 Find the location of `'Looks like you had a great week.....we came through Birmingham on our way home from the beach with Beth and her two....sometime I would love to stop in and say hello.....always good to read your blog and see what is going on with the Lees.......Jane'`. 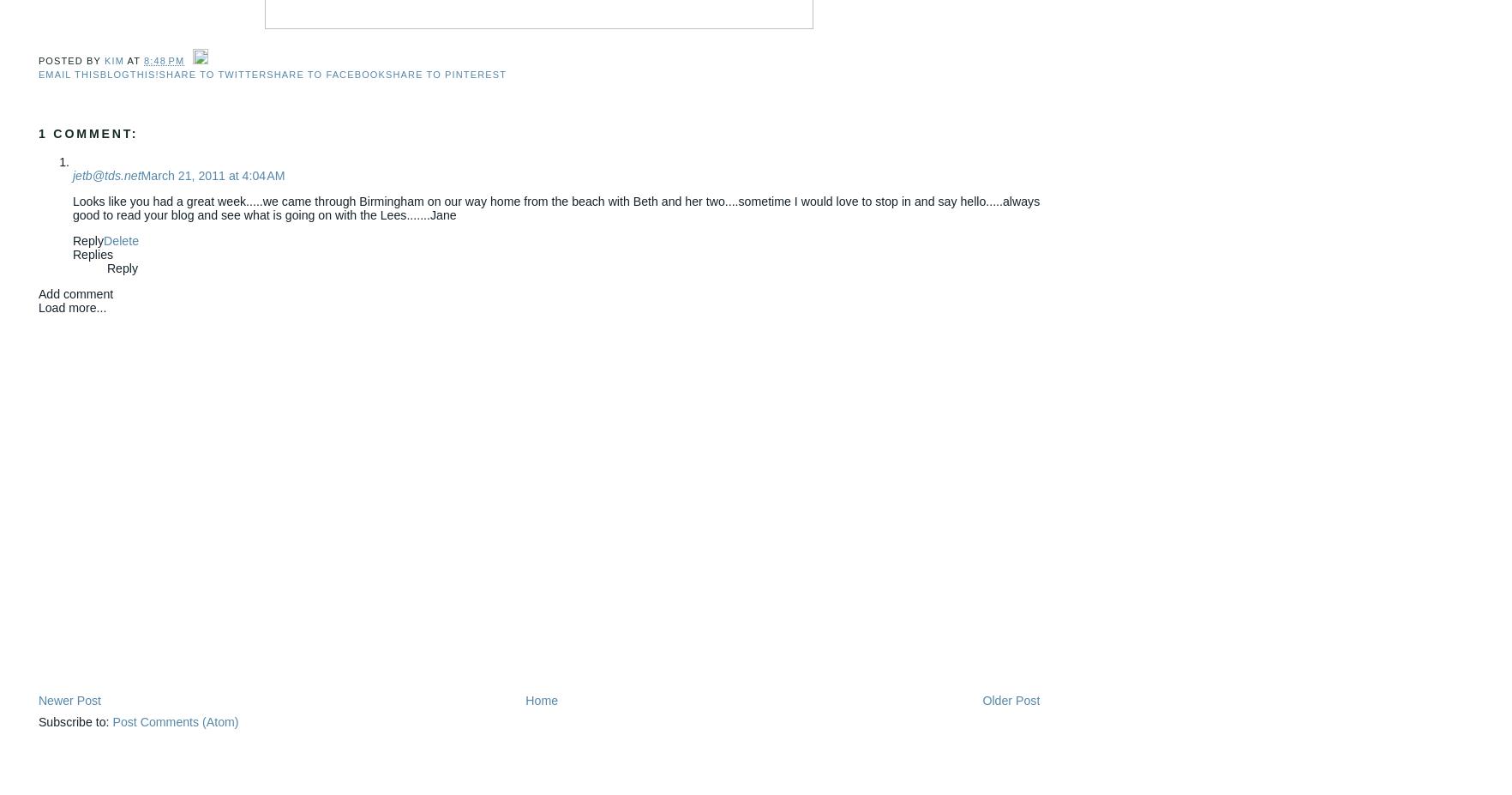

'Looks like you had a great week.....we came through Birmingham on our way home from the beach with Beth and her two....sometime I would love to stop in and say hello.....always good to read your blog and see what is going on with the Lees.......Jane' is located at coordinates (555, 208).